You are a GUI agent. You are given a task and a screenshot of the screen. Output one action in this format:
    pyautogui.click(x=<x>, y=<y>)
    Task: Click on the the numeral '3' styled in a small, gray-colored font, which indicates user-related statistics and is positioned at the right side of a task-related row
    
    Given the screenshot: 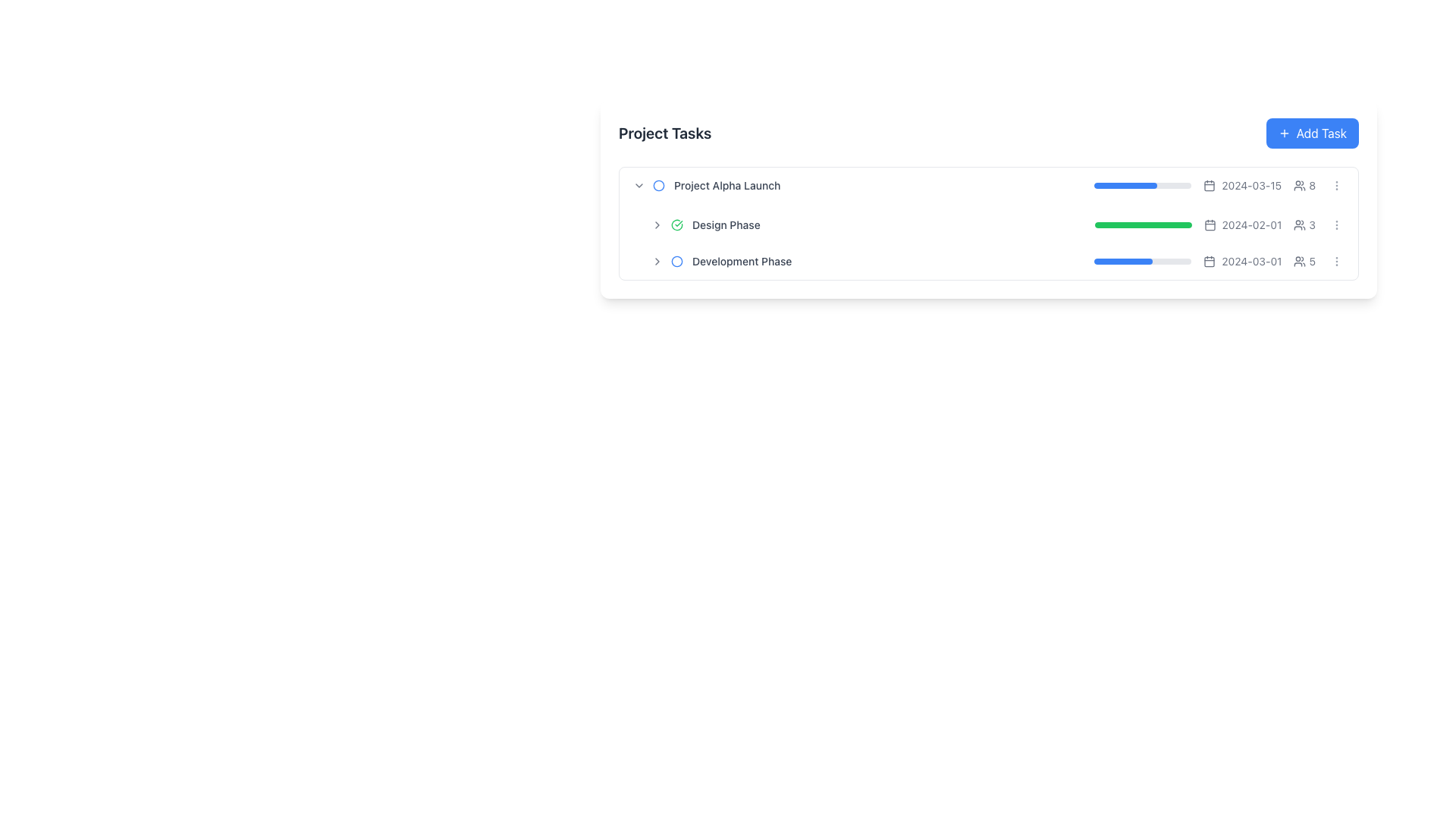 What is the action you would take?
    pyautogui.click(x=1311, y=225)
    